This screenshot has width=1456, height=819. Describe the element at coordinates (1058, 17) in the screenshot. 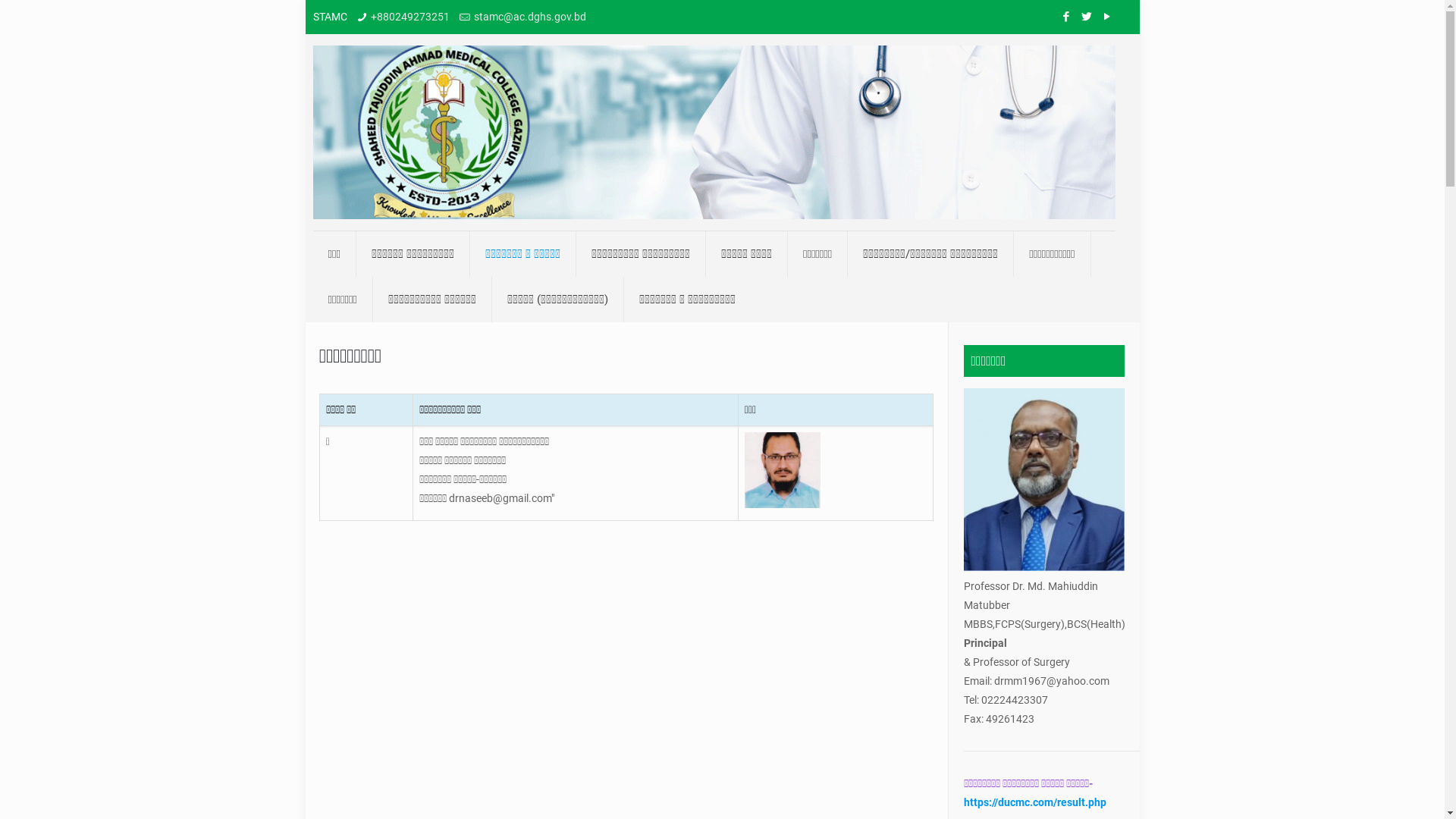

I see `'Facebook'` at that location.